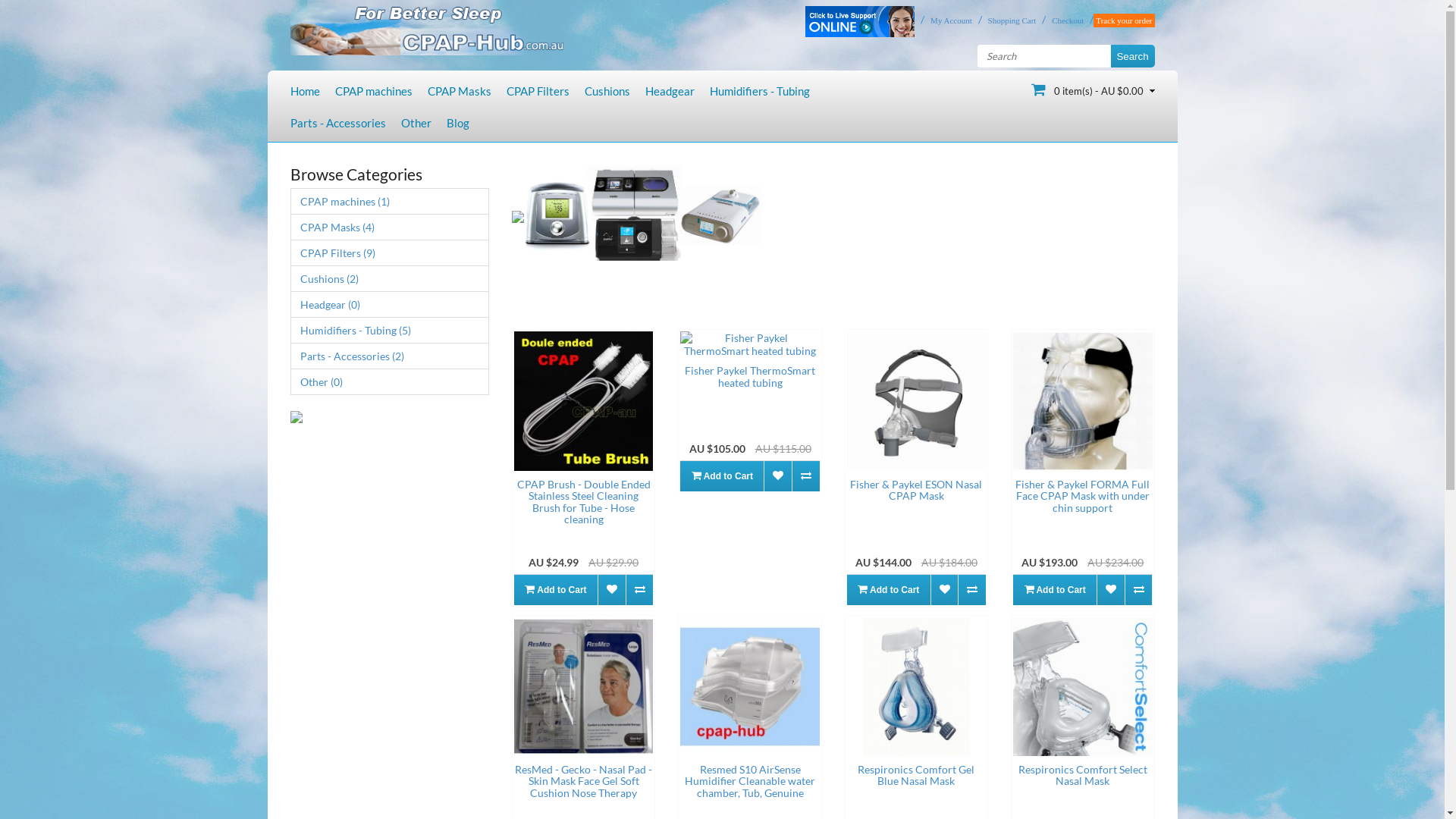 The image size is (1456, 819). I want to click on 'Parts - Accessories', so click(290, 122).